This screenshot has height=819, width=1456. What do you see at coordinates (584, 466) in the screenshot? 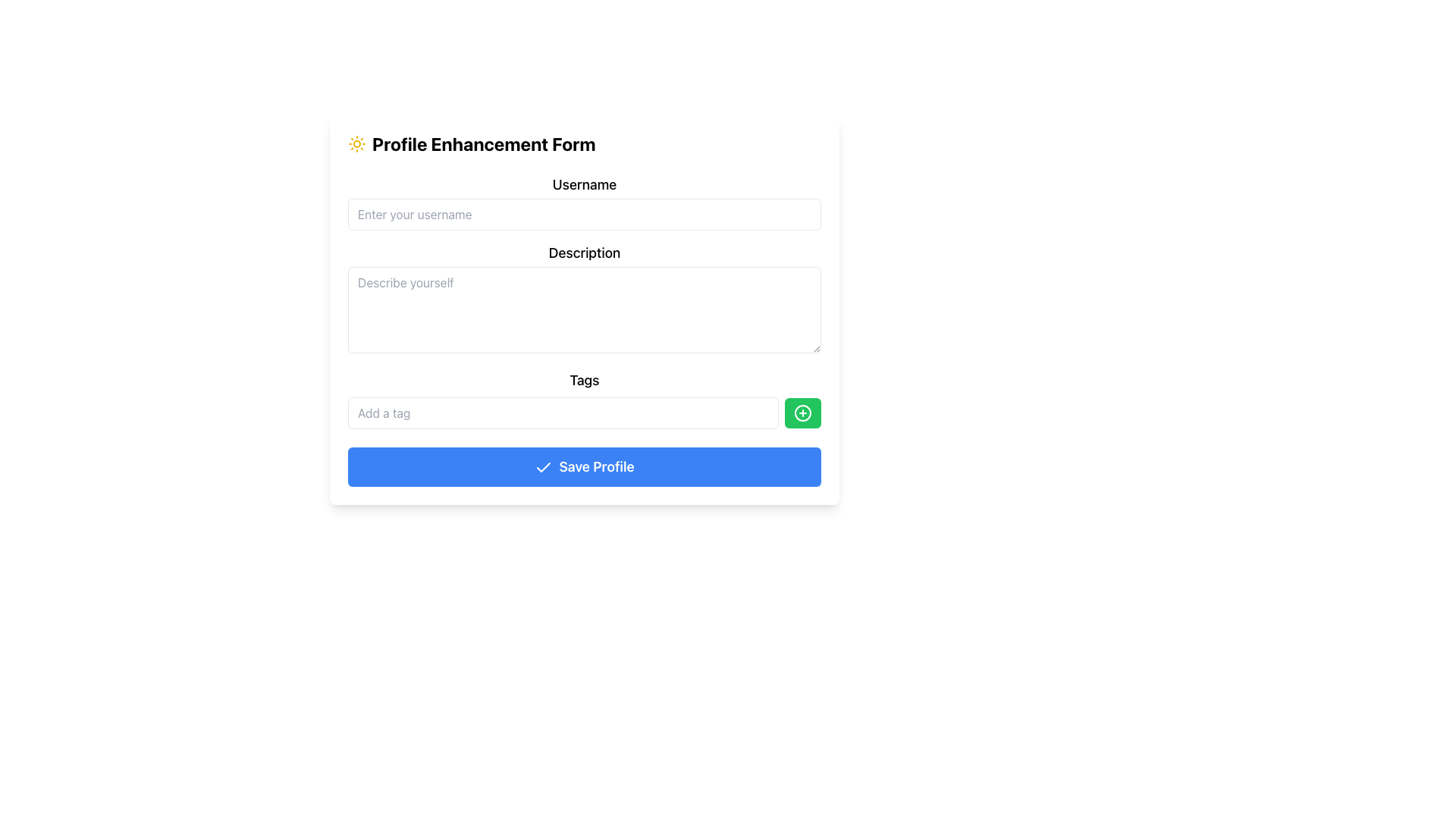
I see `the save button located at the bottom of the 'Profile Enhancement Form', which spans the full width and is directly below the Tags section, to change its background color` at bounding box center [584, 466].